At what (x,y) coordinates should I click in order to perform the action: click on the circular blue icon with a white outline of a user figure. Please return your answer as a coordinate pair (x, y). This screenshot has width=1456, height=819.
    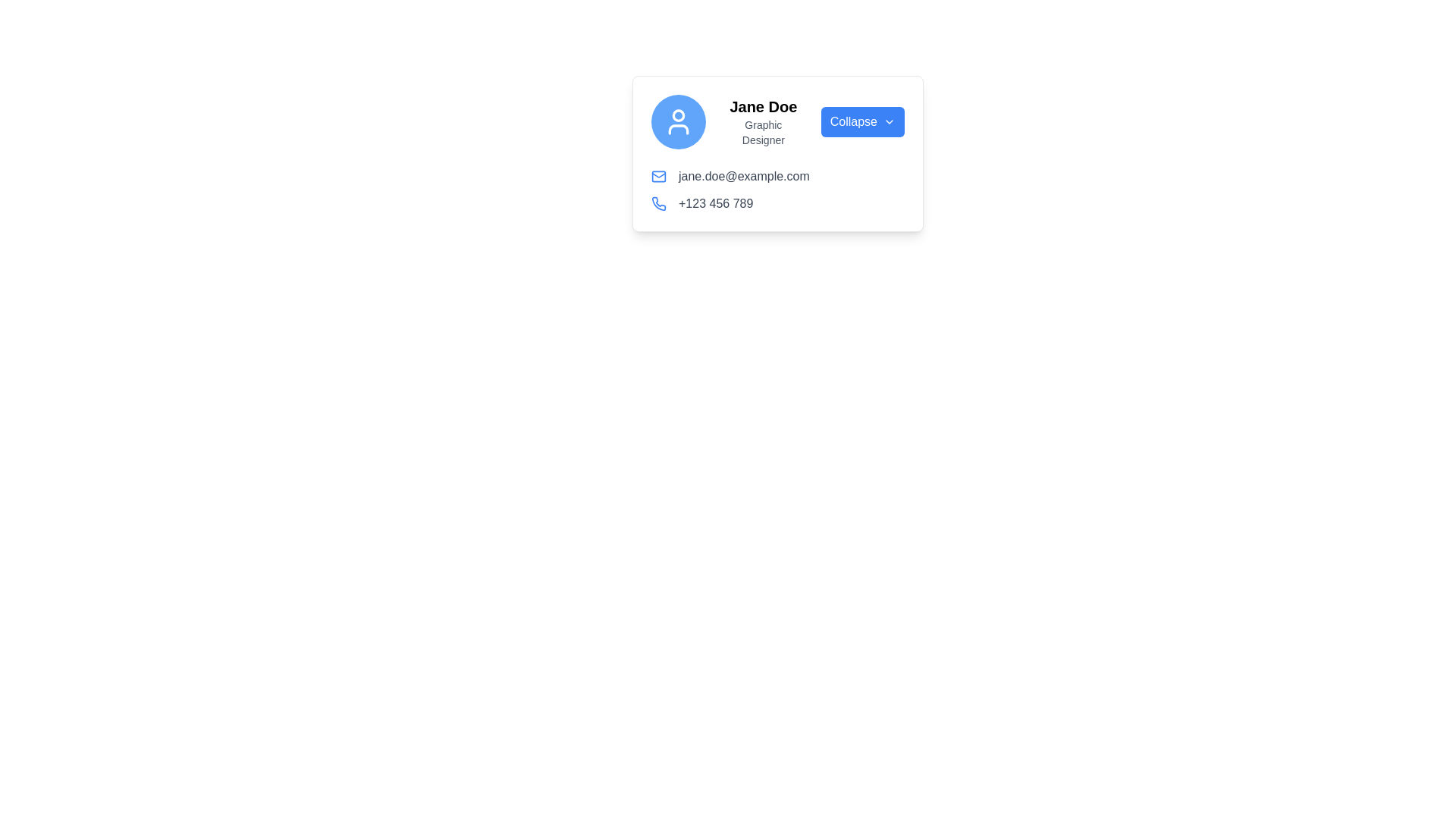
    Looking at the image, I should click on (677, 121).